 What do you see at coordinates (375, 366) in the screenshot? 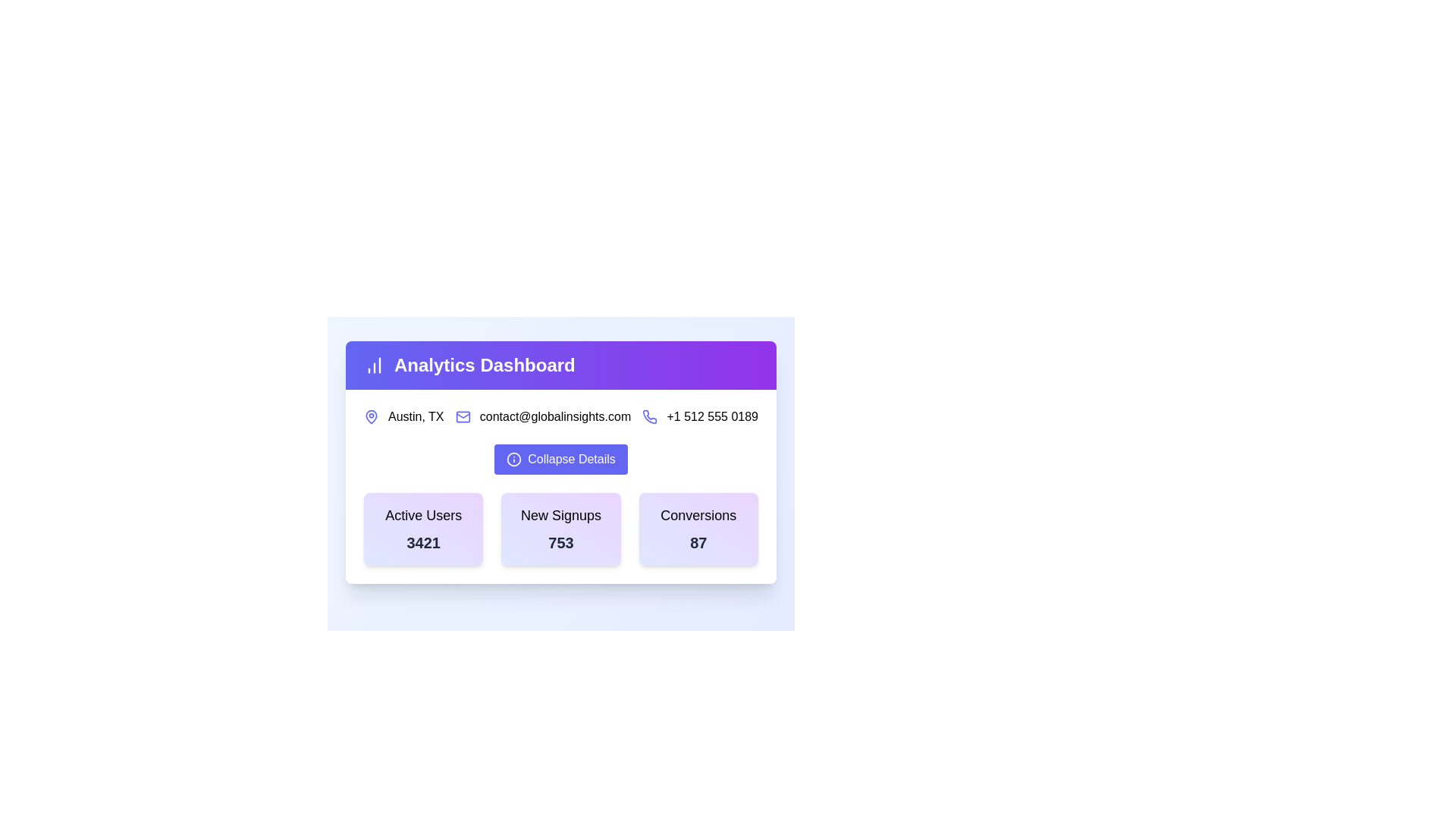
I see `the column chart icon with a purple background located at the top-left corner of the 'Analytics Dashboard' header bar` at bounding box center [375, 366].